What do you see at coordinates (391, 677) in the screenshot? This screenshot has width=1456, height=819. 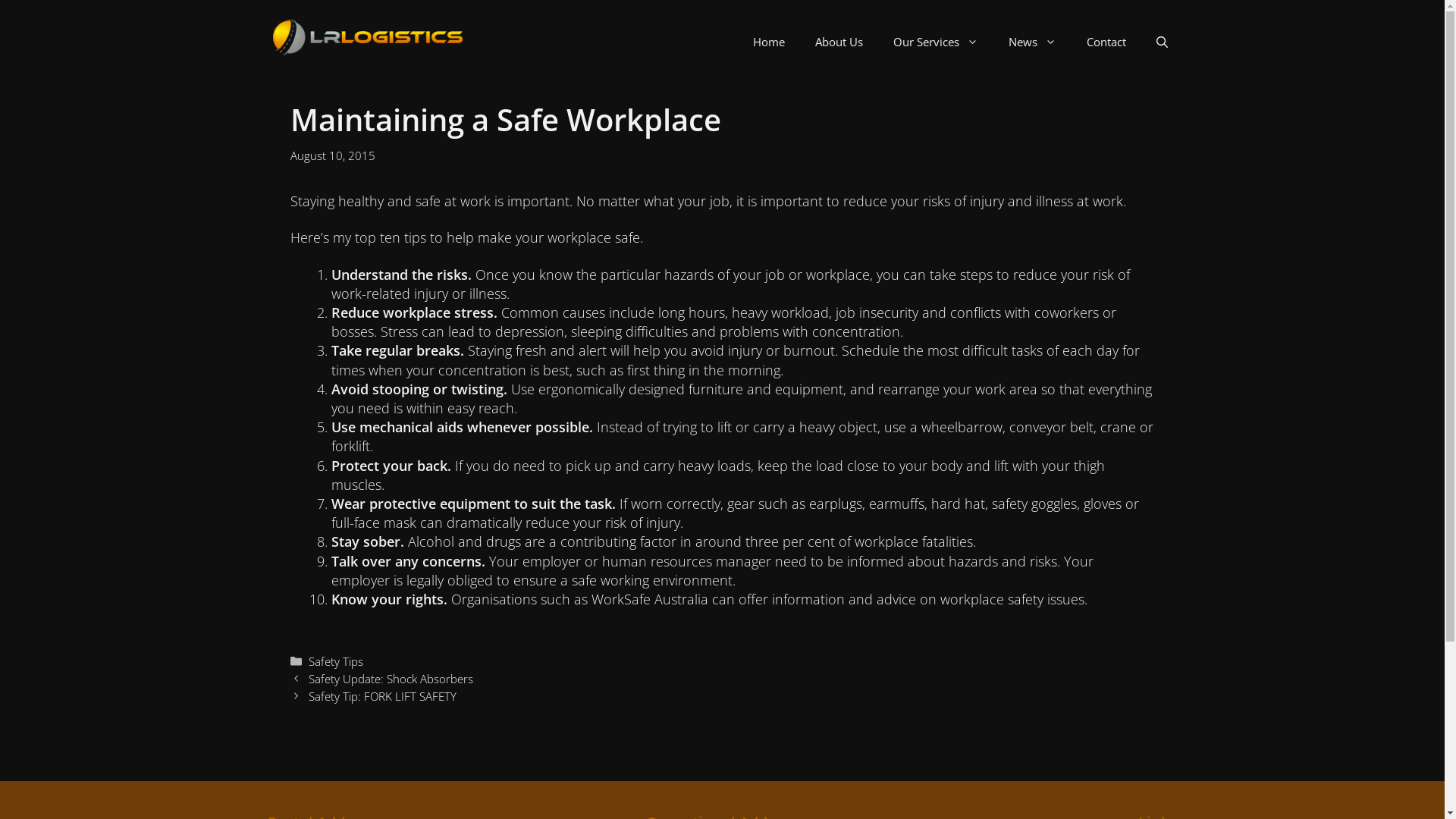 I see `'Safety Update: Shock Absorbers'` at bounding box center [391, 677].